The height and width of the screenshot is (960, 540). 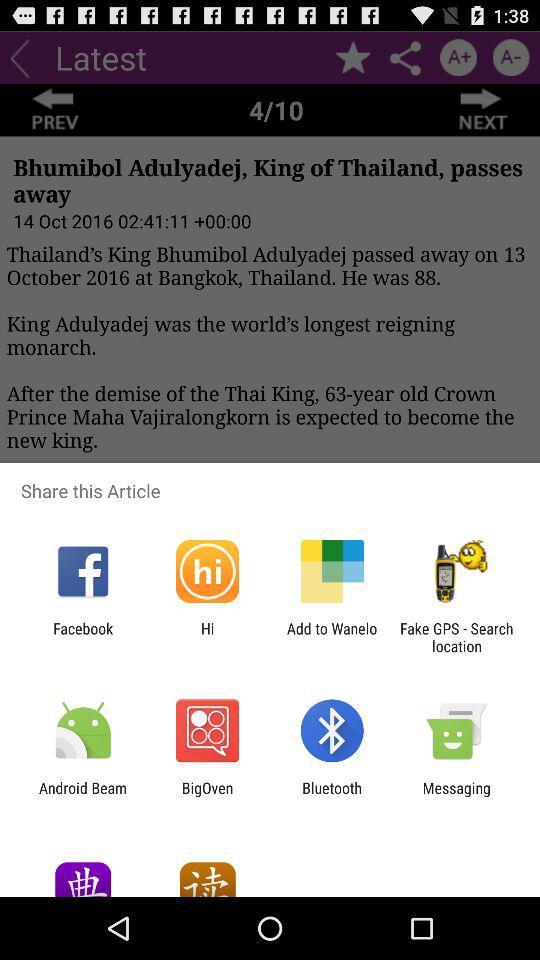 What do you see at coordinates (332, 796) in the screenshot?
I see `bluetooth app` at bounding box center [332, 796].